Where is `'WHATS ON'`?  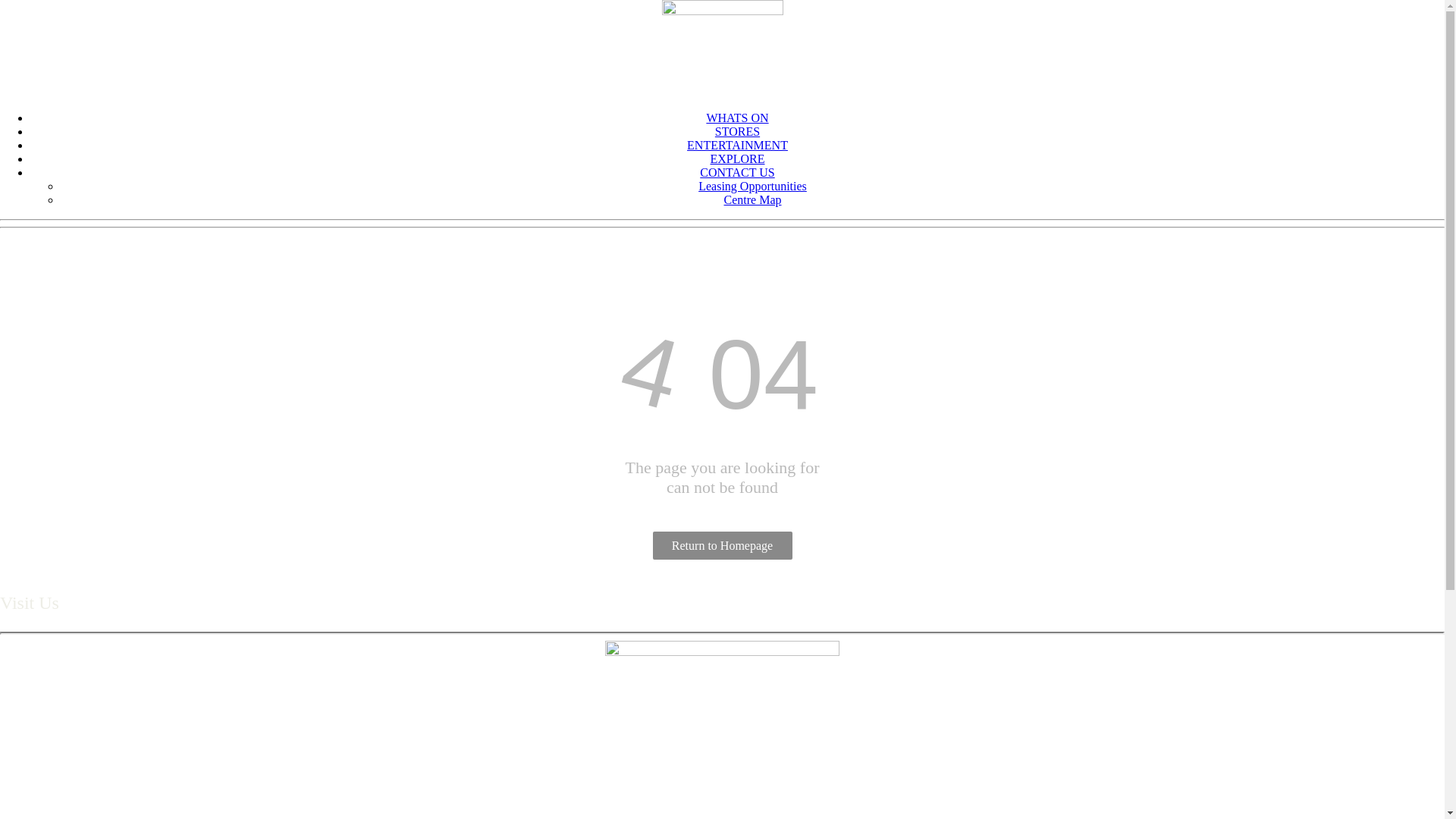 'WHATS ON' is located at coordinates (736, 117).